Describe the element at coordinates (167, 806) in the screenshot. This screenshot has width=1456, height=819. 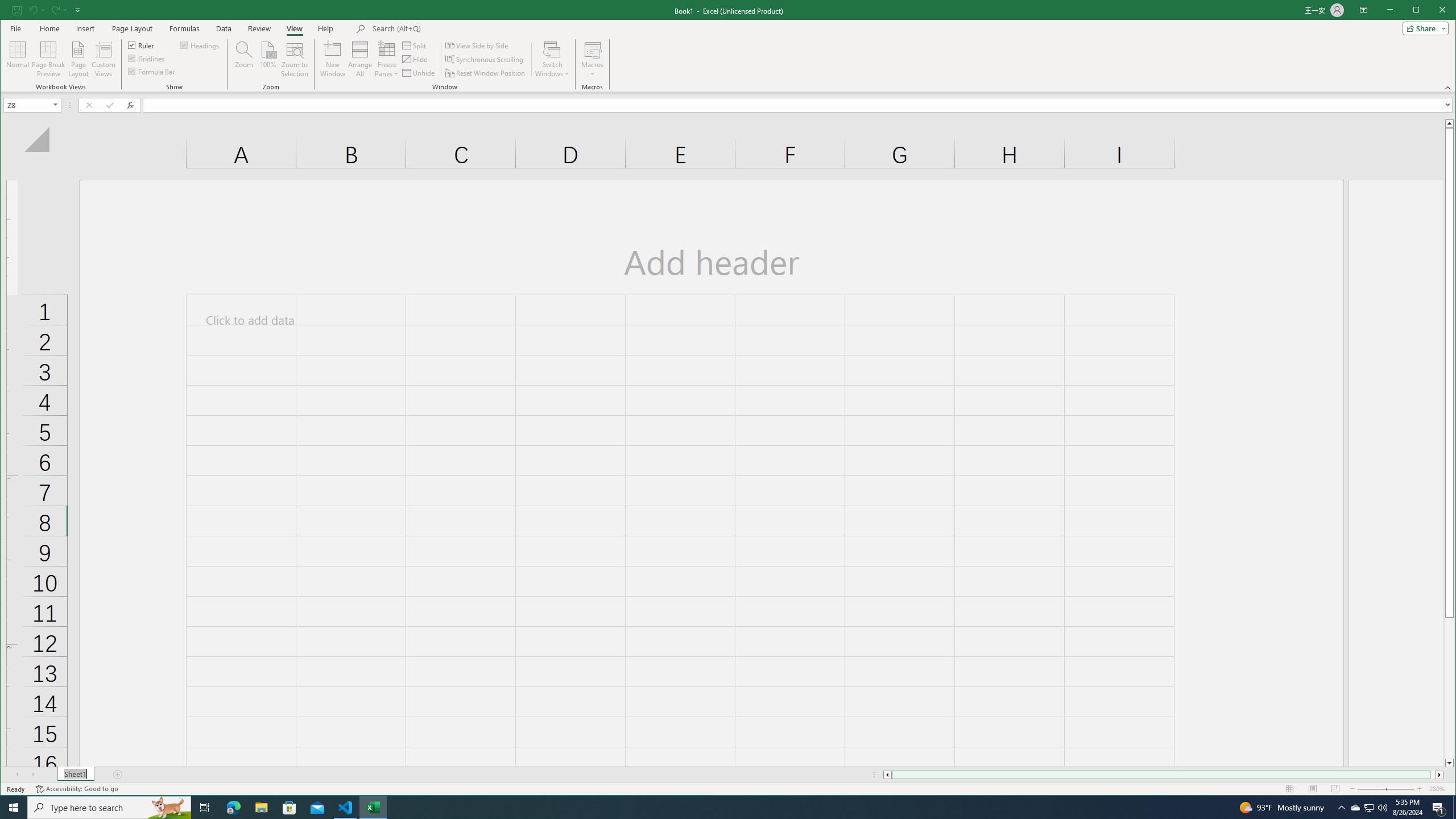
I see `'Search highlights icon opens search home window'` at that location.